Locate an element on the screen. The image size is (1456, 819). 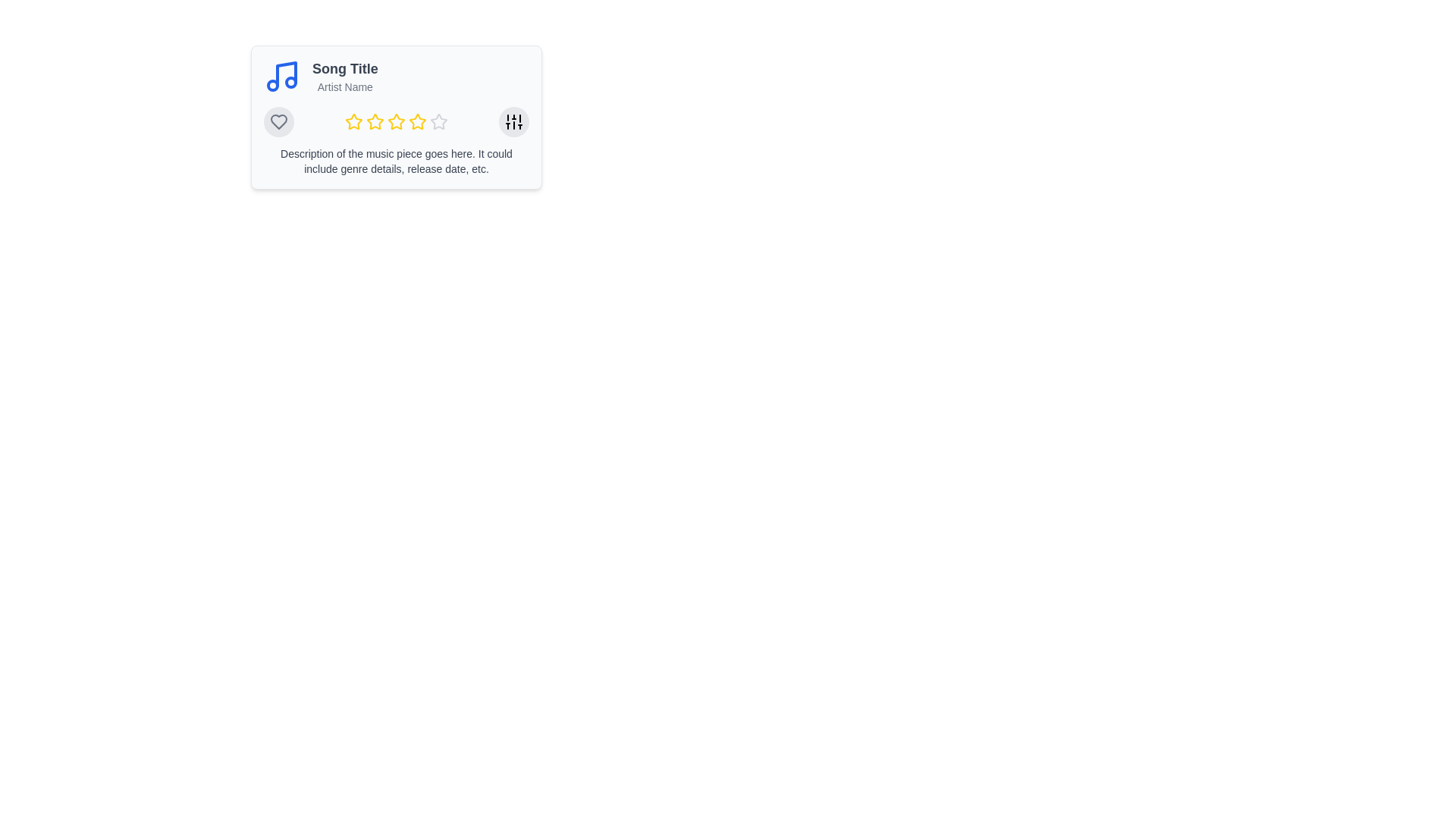
the fifth star rating icon, which is a star-shaped icon with a light gray outline and a transparent fill, to provide visual feedback on interaction intent is located at coordinates (438, 121).